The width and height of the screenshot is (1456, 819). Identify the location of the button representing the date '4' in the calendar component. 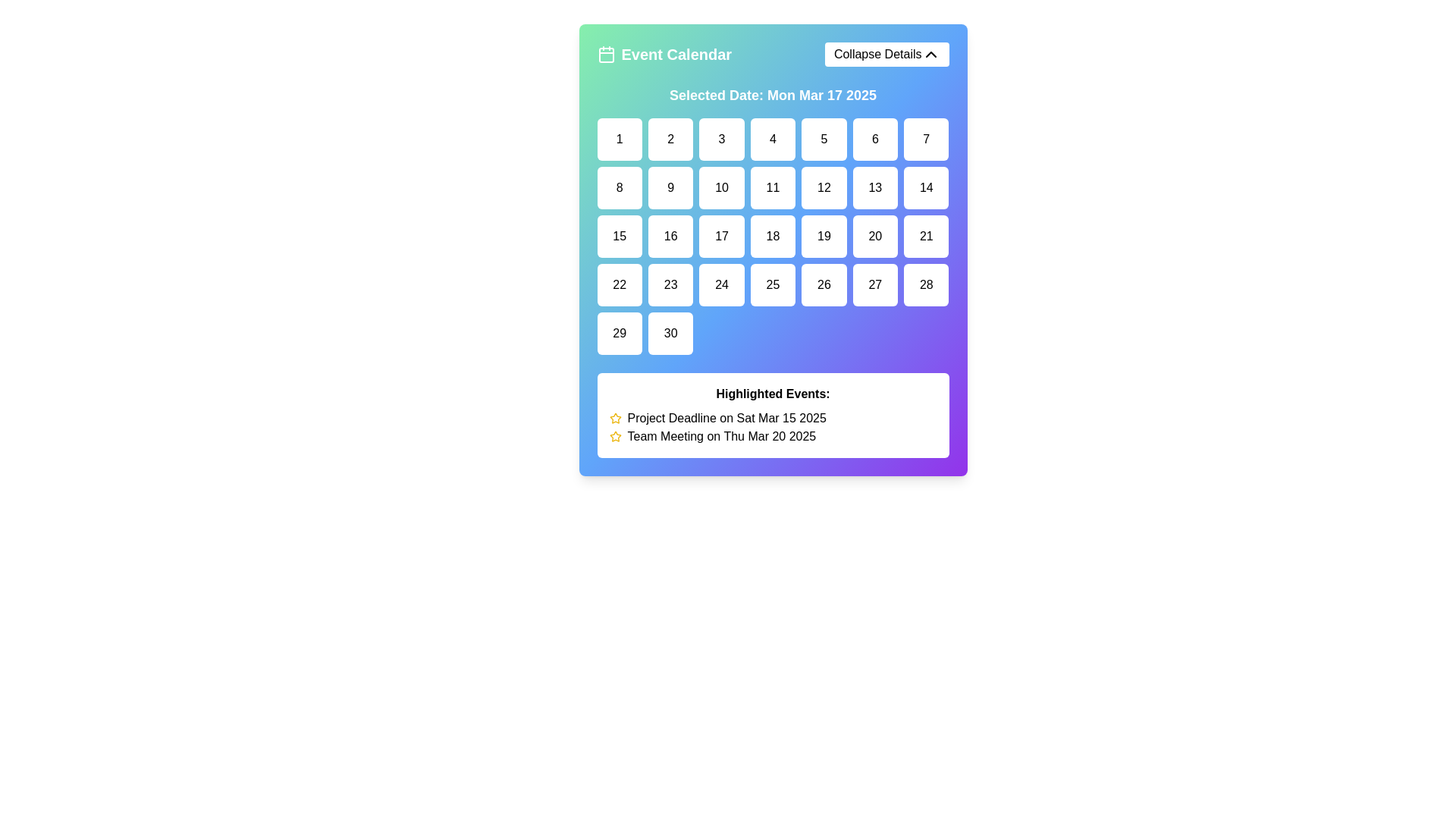
(773, 140).